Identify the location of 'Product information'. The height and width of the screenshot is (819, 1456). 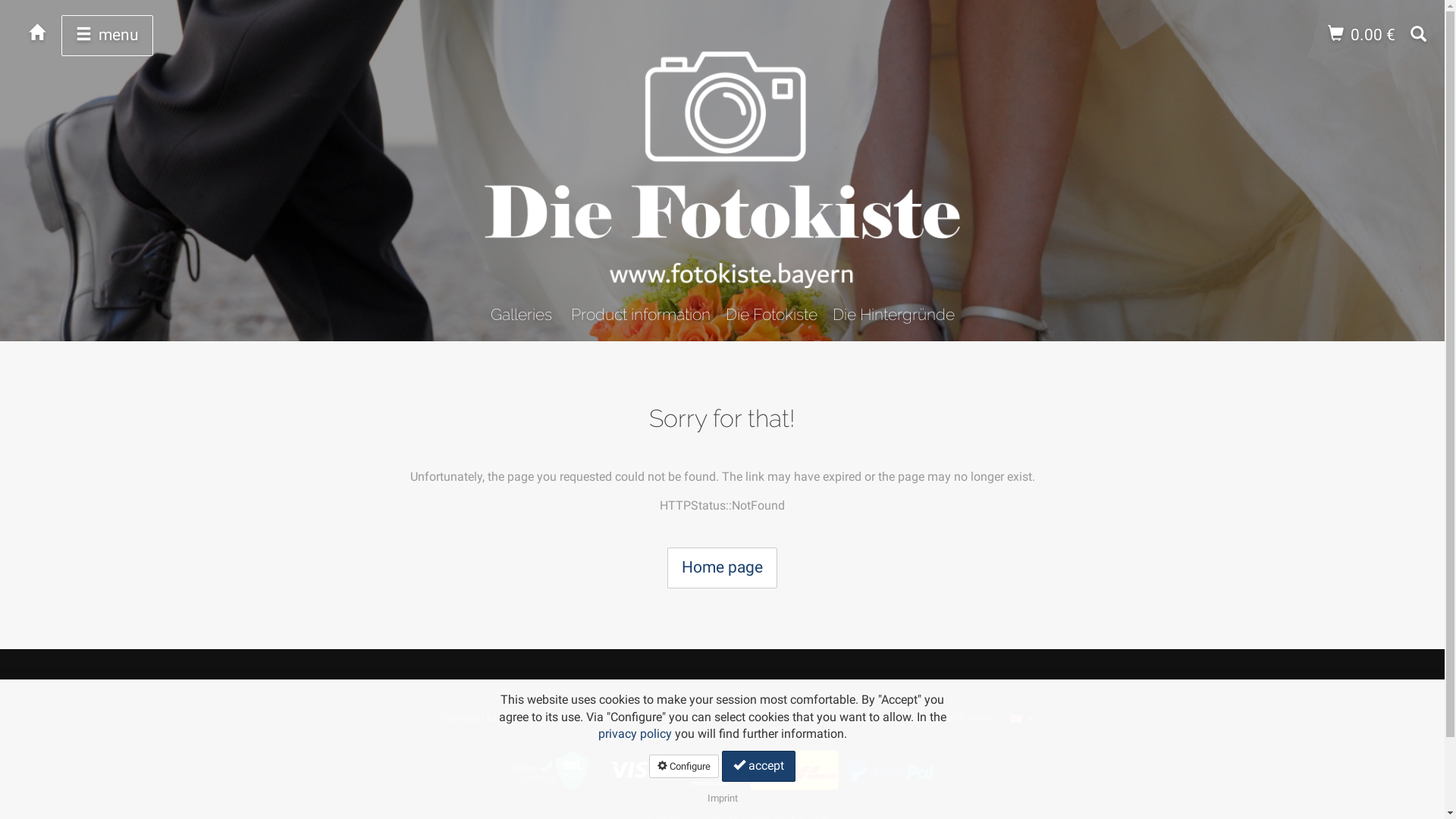
(640, 313).